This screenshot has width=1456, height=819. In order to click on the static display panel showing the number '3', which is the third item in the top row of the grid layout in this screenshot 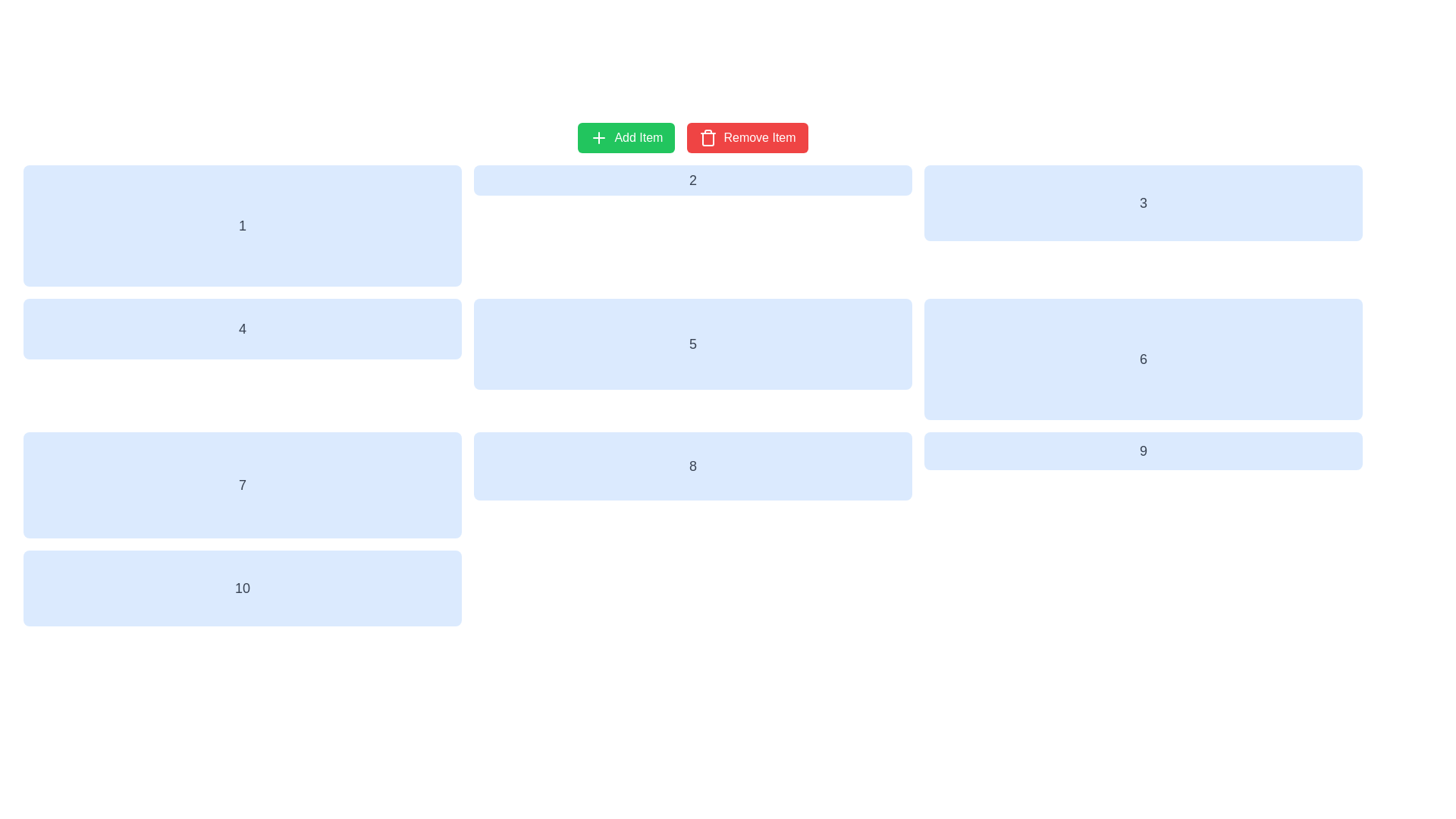, I will do `click(1143, 202)`.